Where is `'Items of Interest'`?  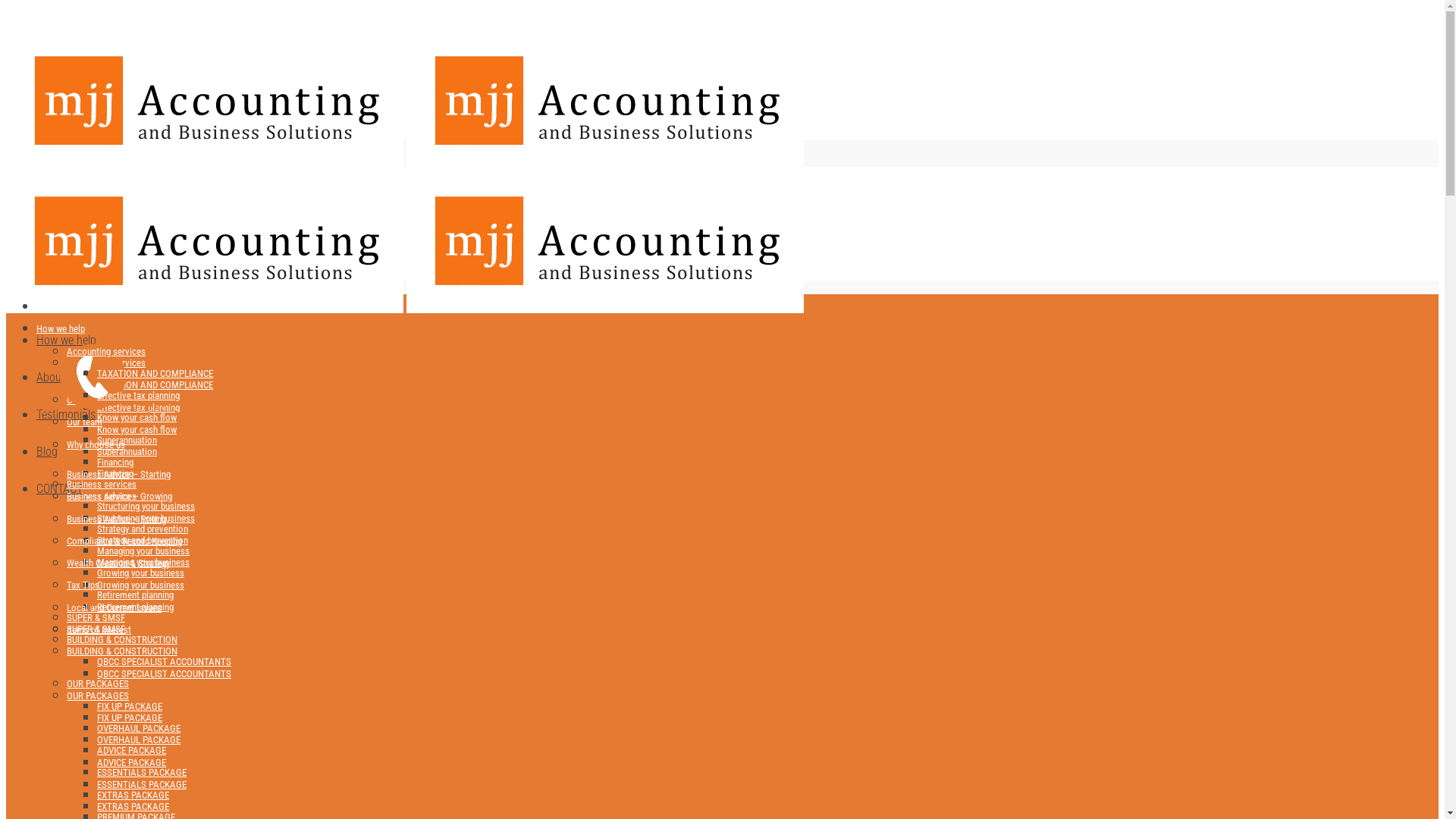
'Items of Interest' is located at coordinates (98, 629).